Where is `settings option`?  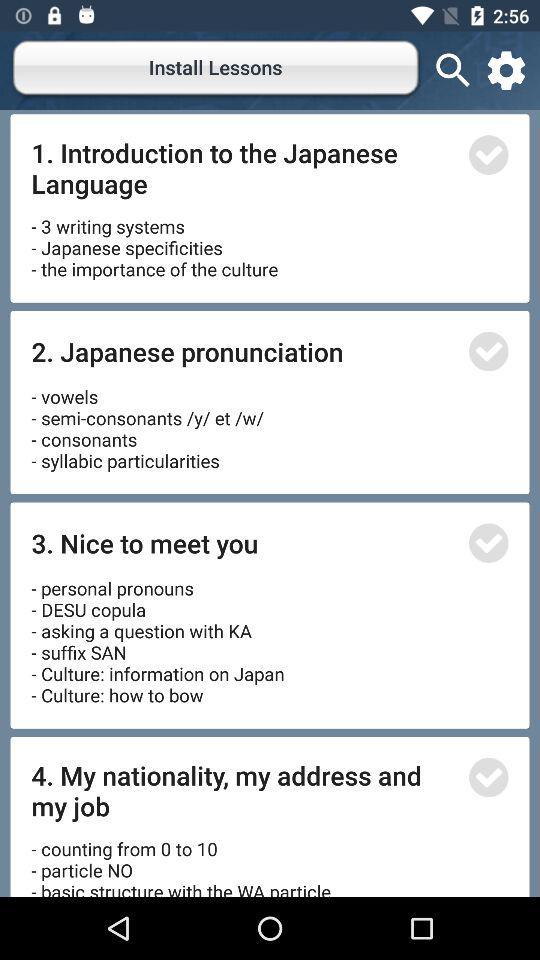
settings option is located at coordinates (505, 70).